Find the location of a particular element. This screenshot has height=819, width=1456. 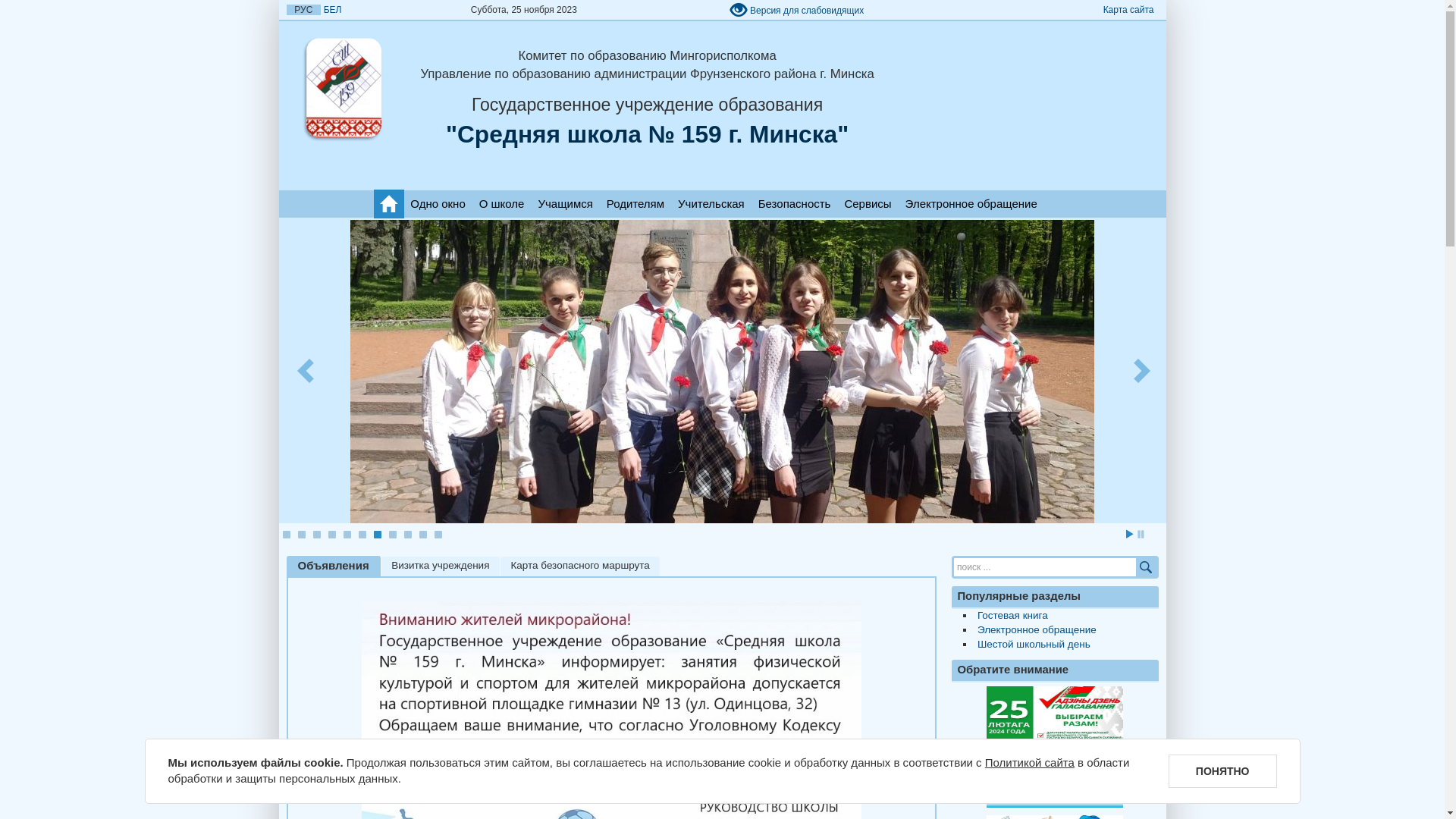

'9' is located at coordinates (407, 534).